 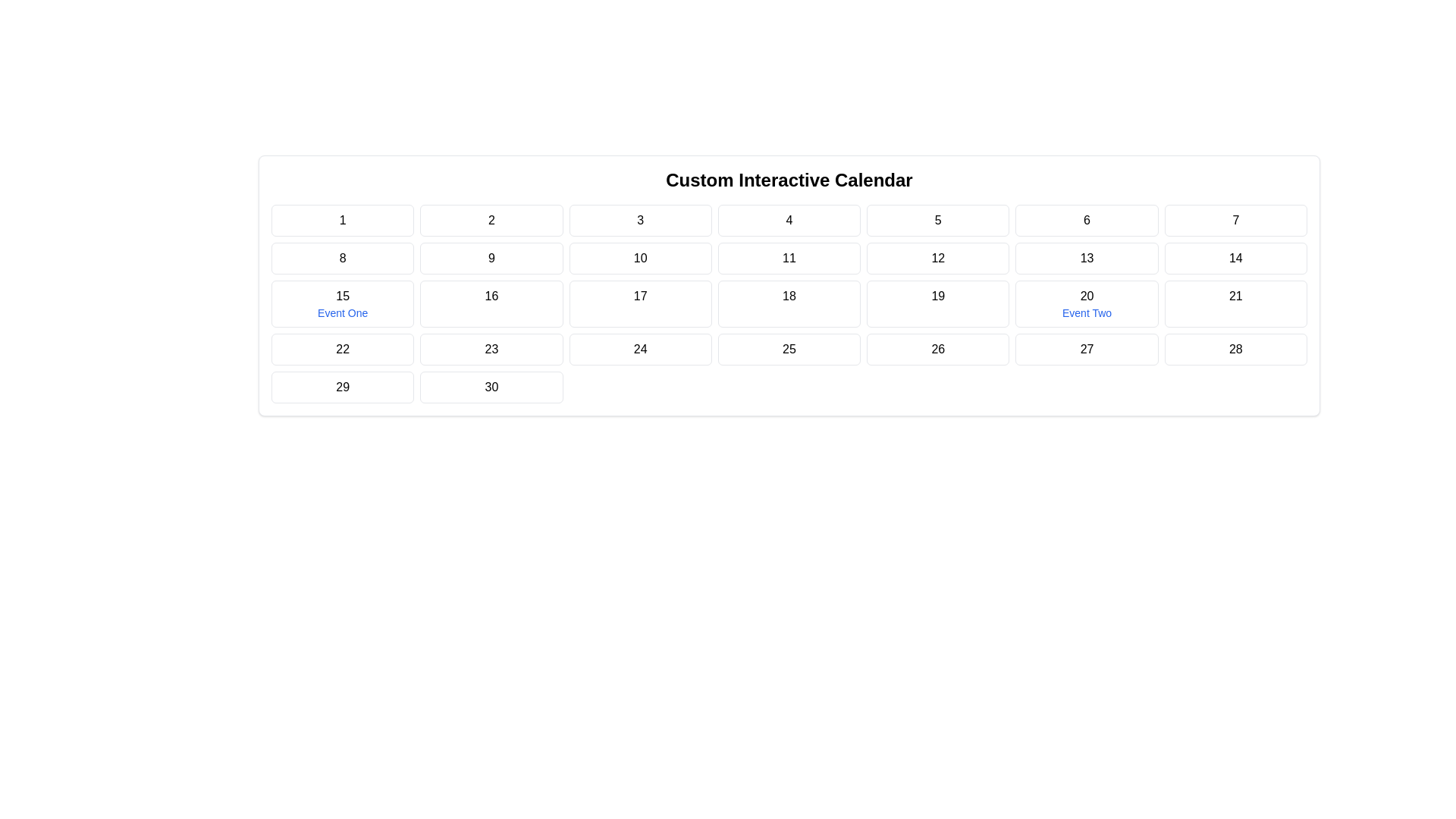 I want to click on the non-interactive calendar day cell displaying the number '5' in the first row, fifth column of the calendar grid, so click(x=937, y=220).